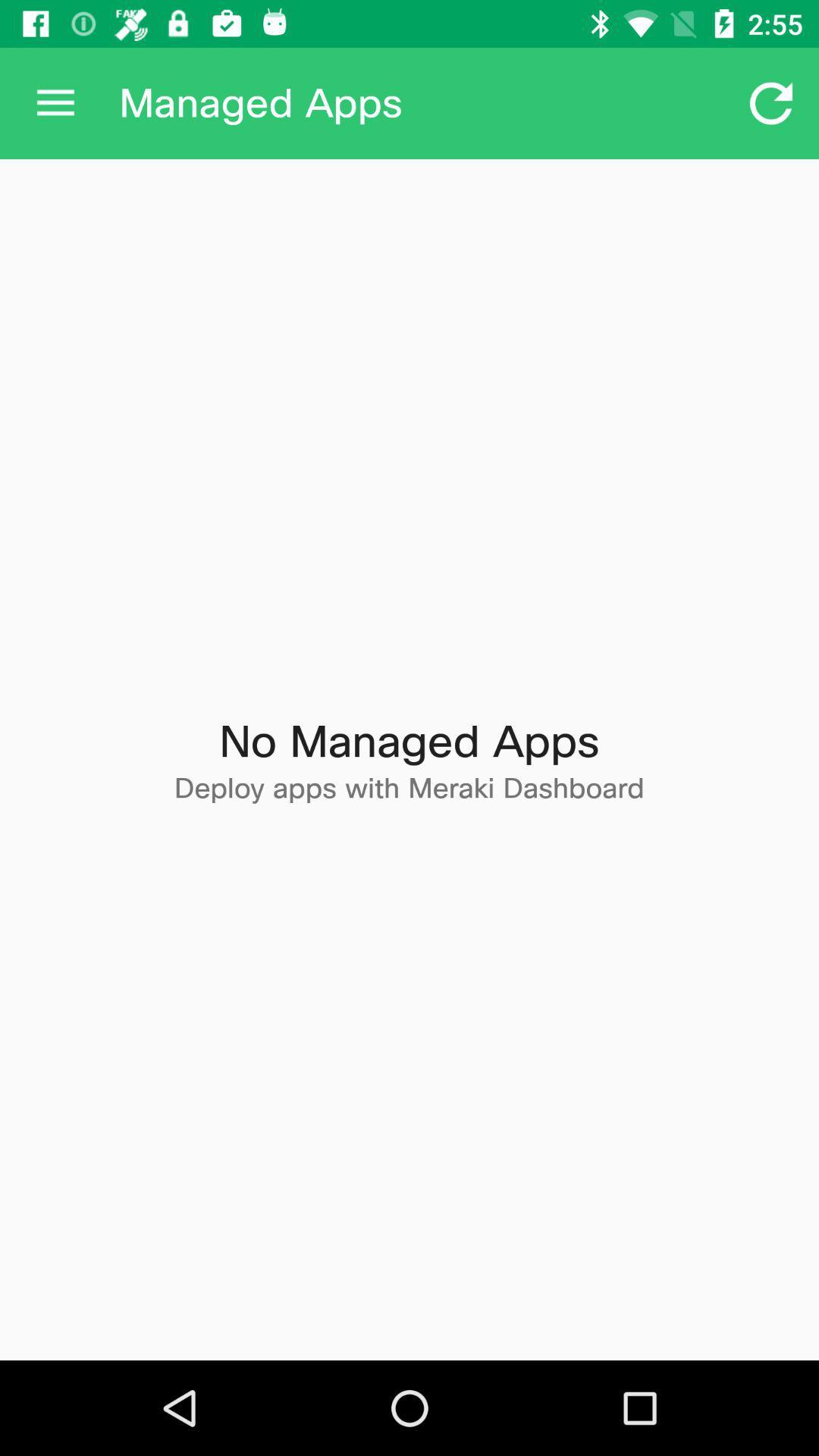  I want to click on app to the right of the managed apps app, so click(771, 102).